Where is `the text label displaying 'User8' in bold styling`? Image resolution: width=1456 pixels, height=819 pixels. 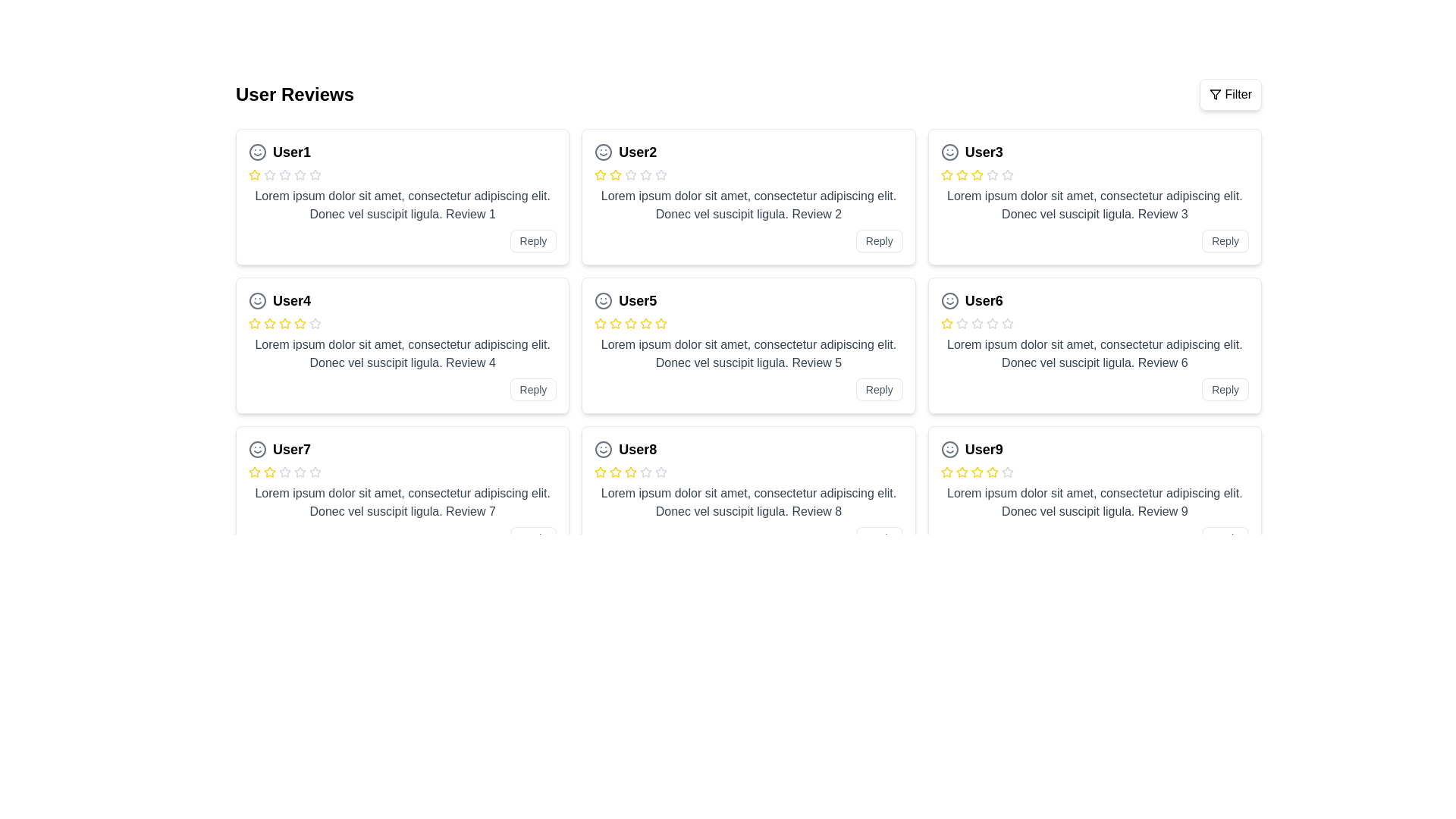 the text label displaying 'User8' in bold styling is located at coordinates (638, 449).